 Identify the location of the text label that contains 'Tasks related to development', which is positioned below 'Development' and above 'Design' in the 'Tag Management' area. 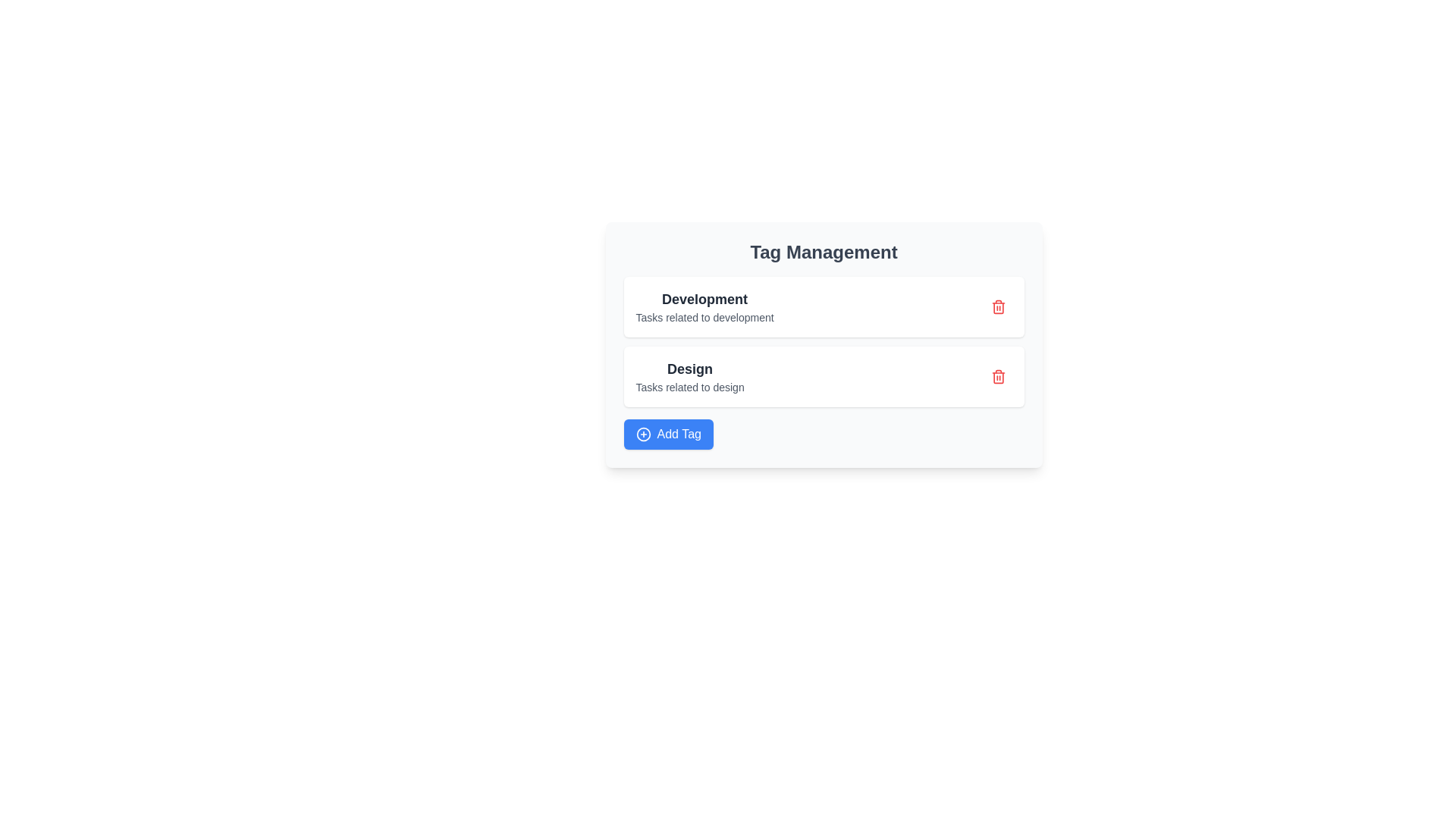
(704, 317).